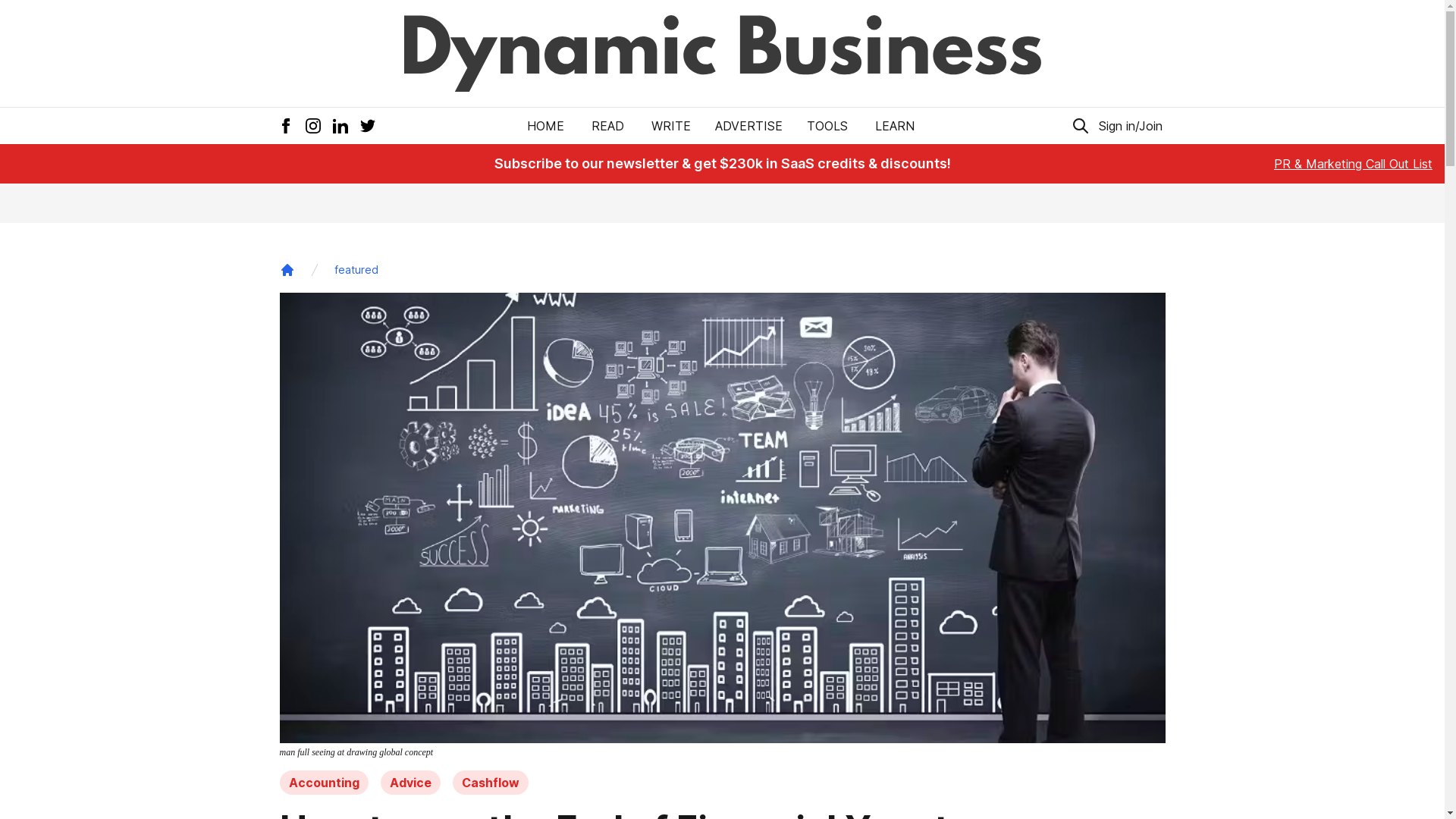 The image size is (1456, 819). What do you see at coordinates (826, 124) in the screenshot?
I see `'TOOLS'` at bounding box center [826, 124].